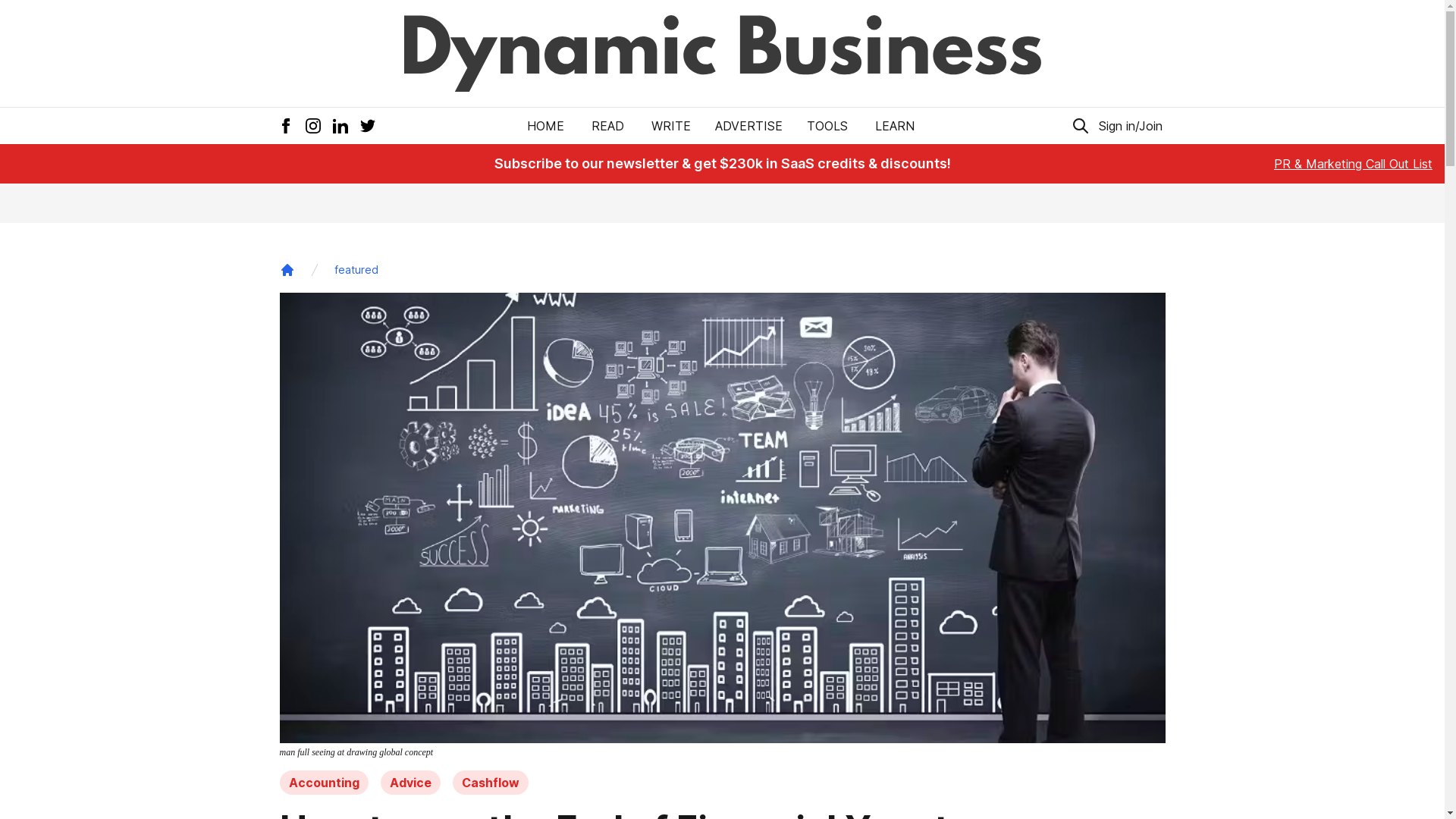 The image size is (1456, 819). What do you see at coordinates (826, 124) in the screenshot?
I see `'TOOLS'` at bounding box center [826, 124].